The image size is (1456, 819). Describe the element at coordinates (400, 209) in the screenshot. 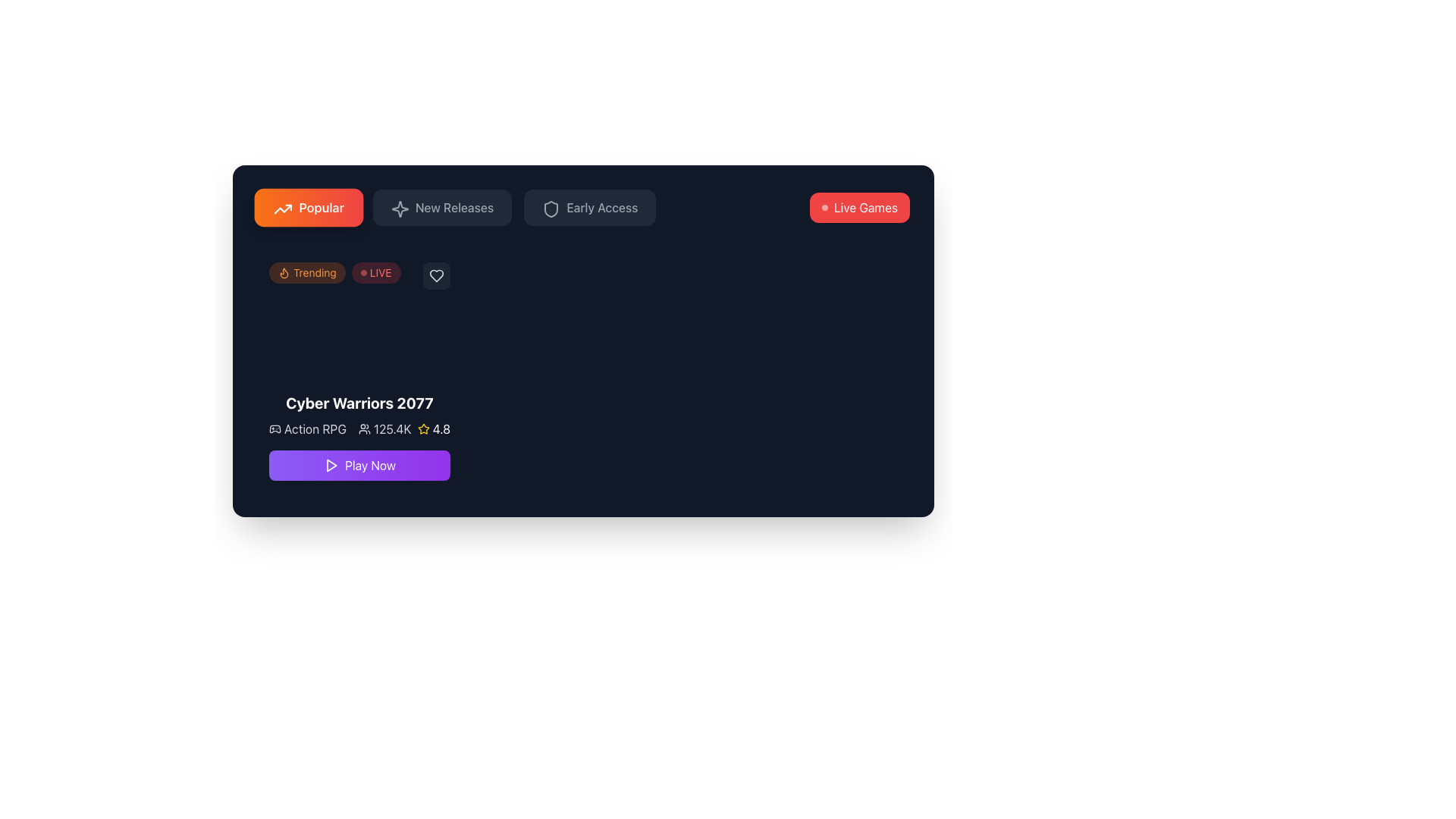

I see `the star-like icon with a sparkle effect, which is the second option in the horizontal menu bar, located between the 'Popular' and 'Early Access' buttons` at that location.